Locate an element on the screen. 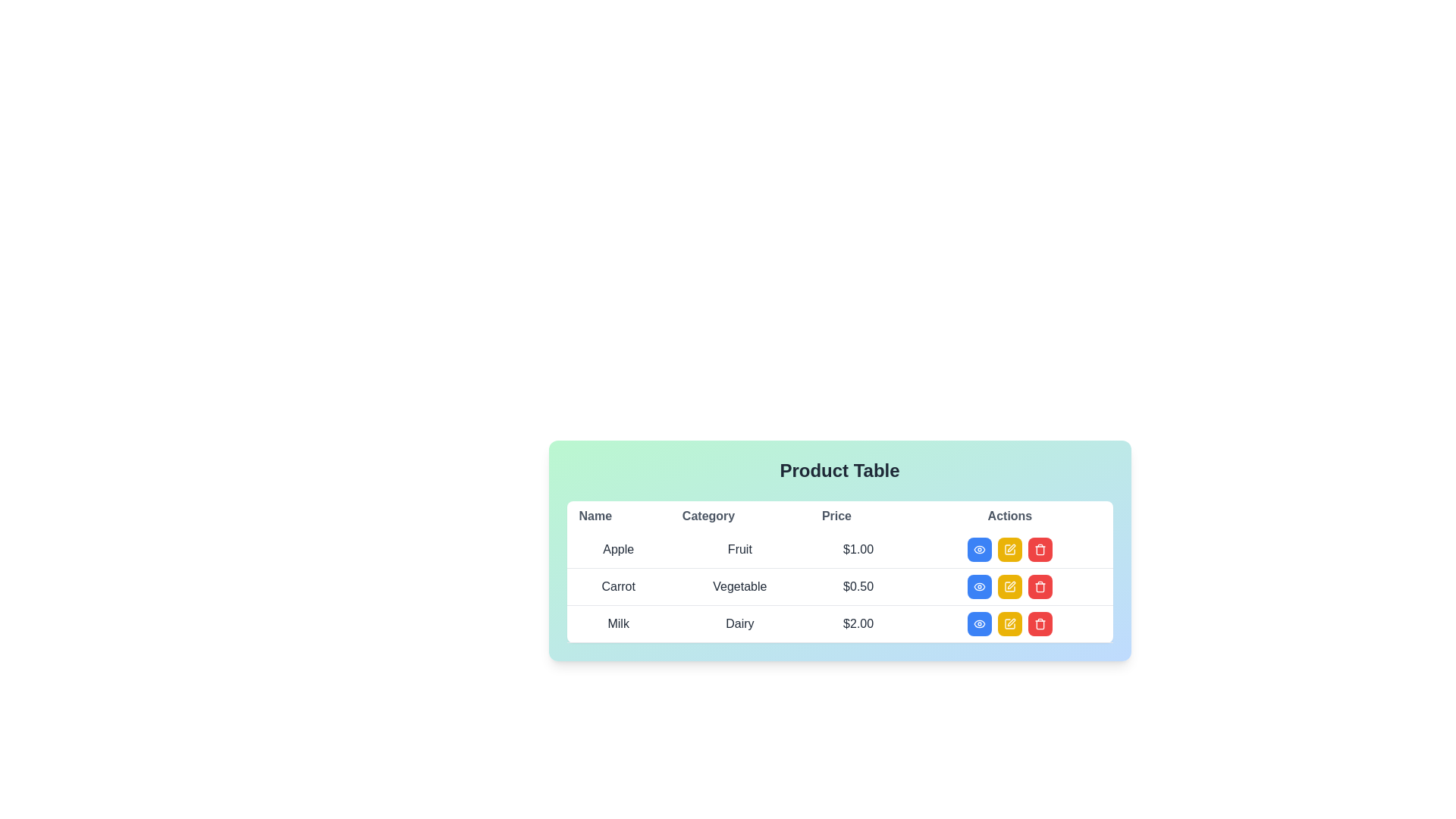 This screenshot has width=1456, height=819. the edit button for 'Carrot' in the 'Actions' column of the table is located at coordinates (1009, 586).